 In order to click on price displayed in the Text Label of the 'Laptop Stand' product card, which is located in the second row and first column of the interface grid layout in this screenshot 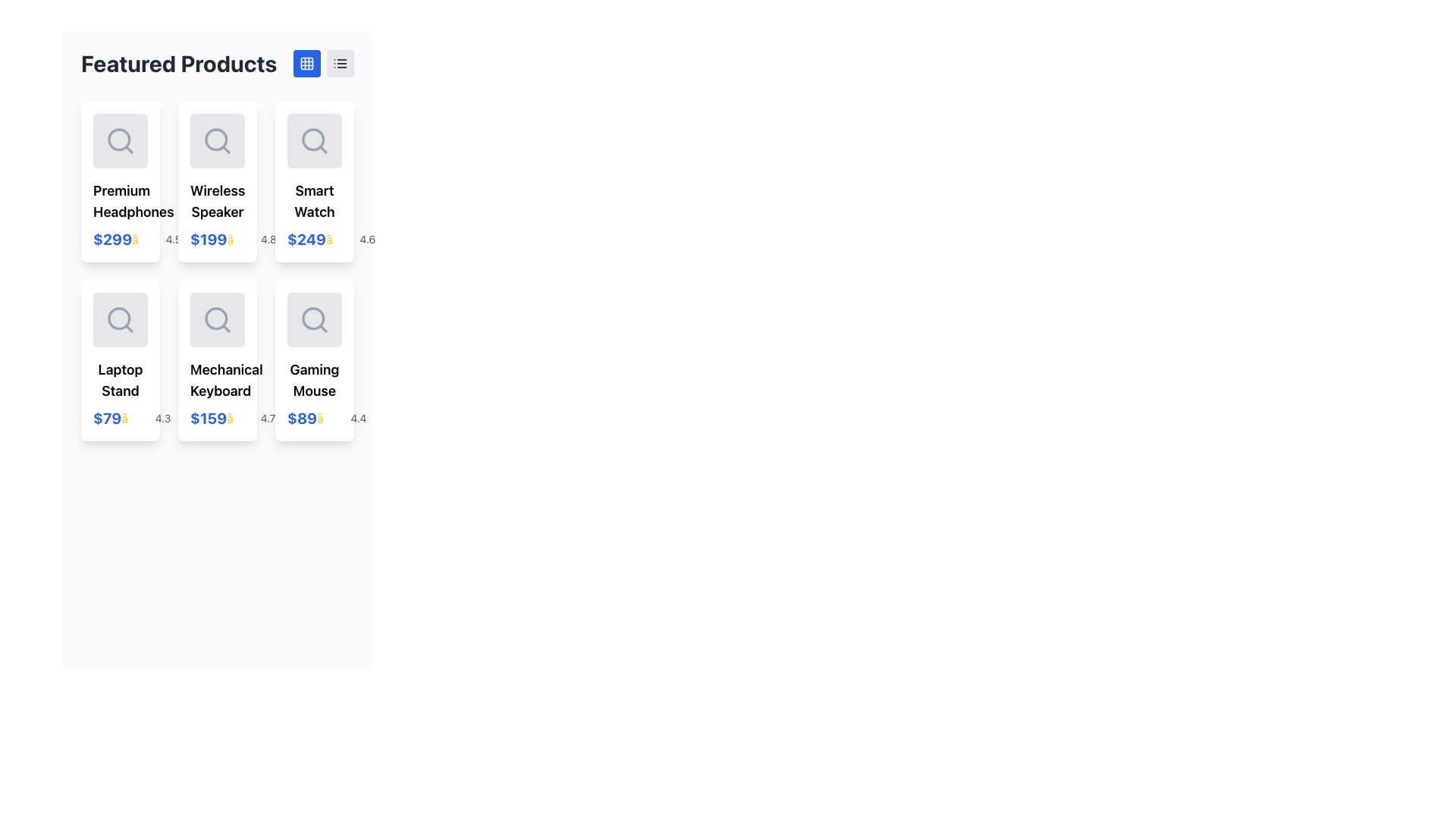, I will do `click(106, 418)`.